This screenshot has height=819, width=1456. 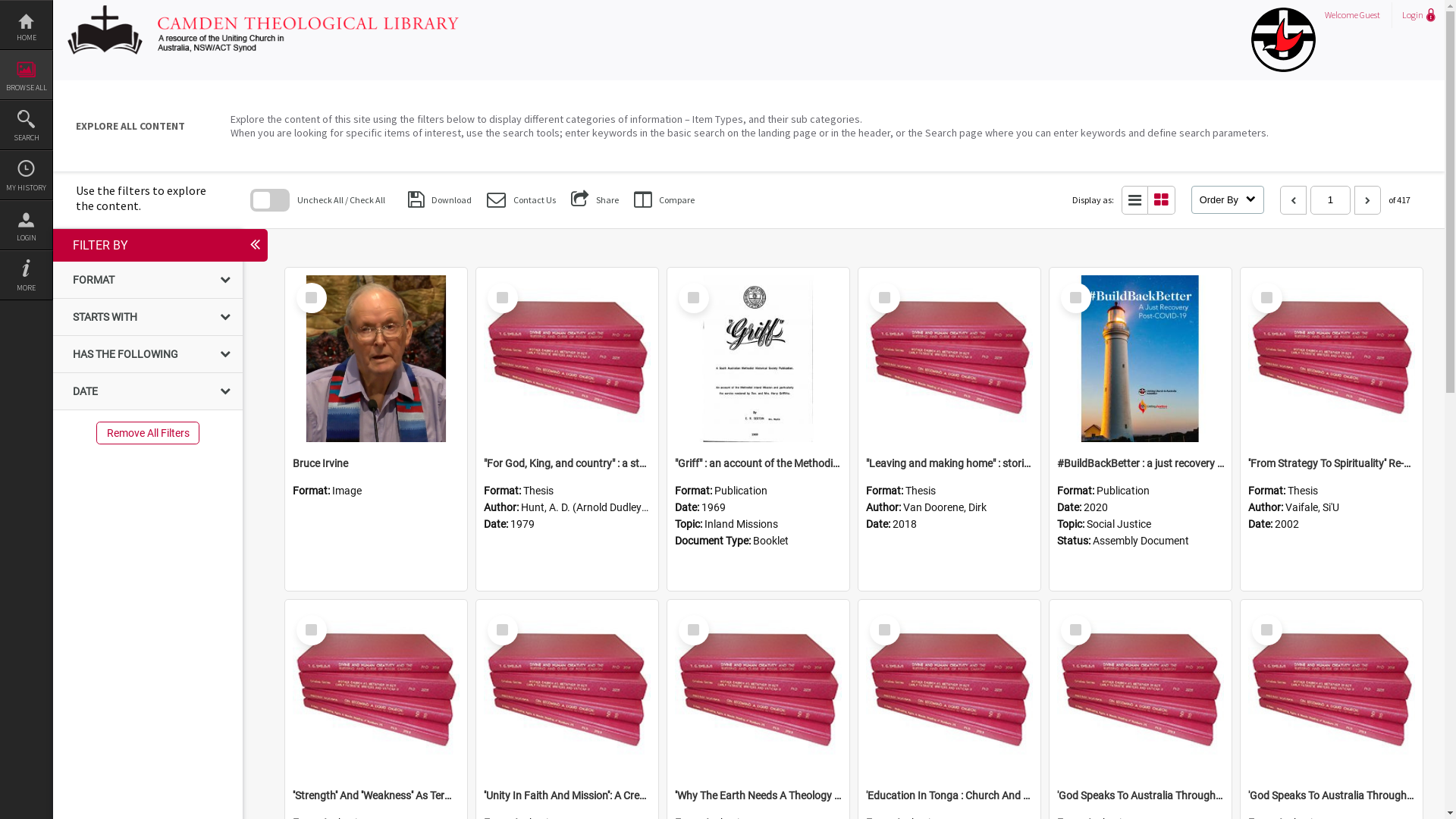 What do you see at coordinates (26, 174) in the screenshot?
I see `'MY HISTORY'` at bounding box center [26, 174].